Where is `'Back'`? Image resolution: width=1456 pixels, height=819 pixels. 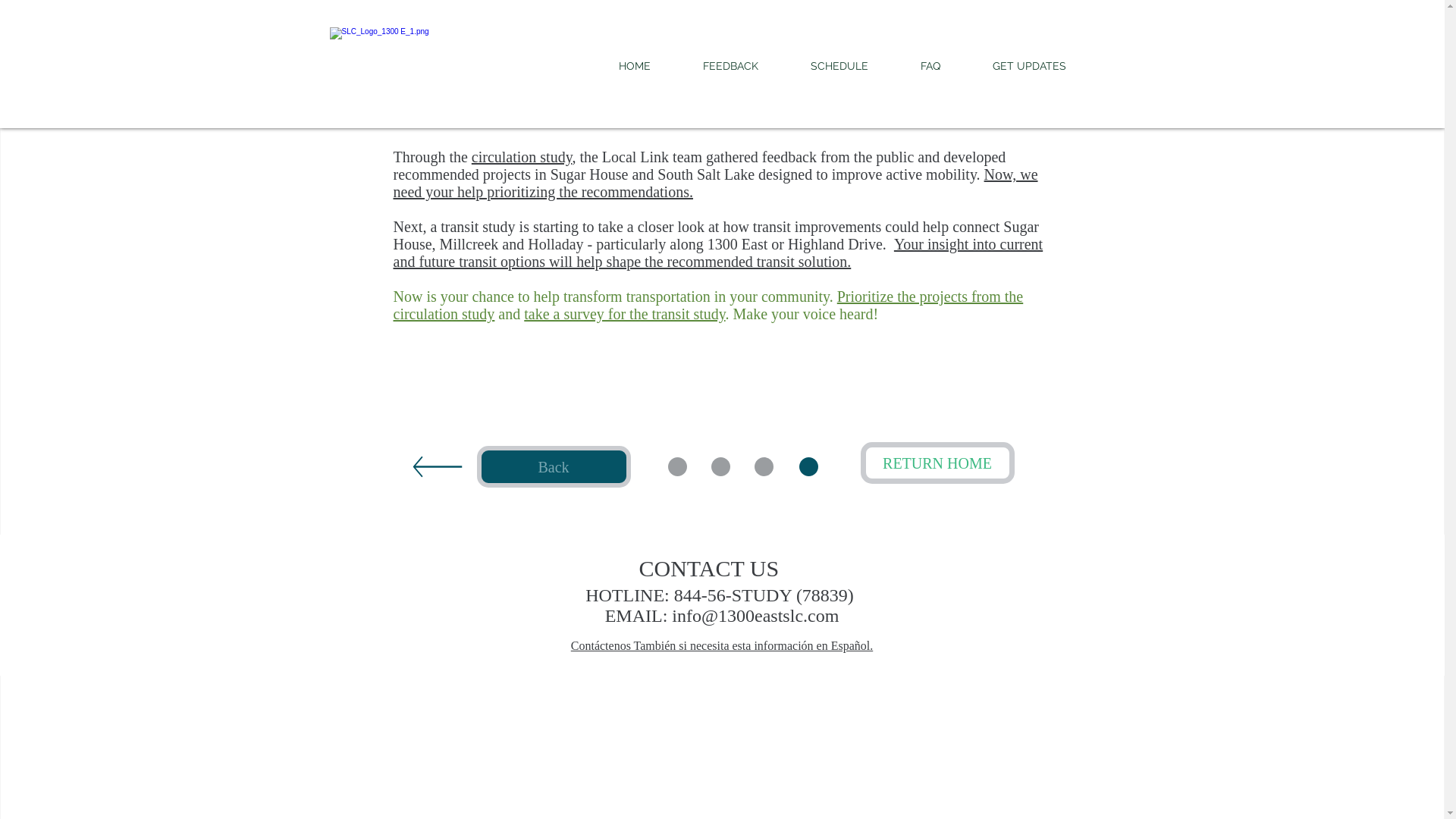 'Back' is located at coordinates (552, 466).